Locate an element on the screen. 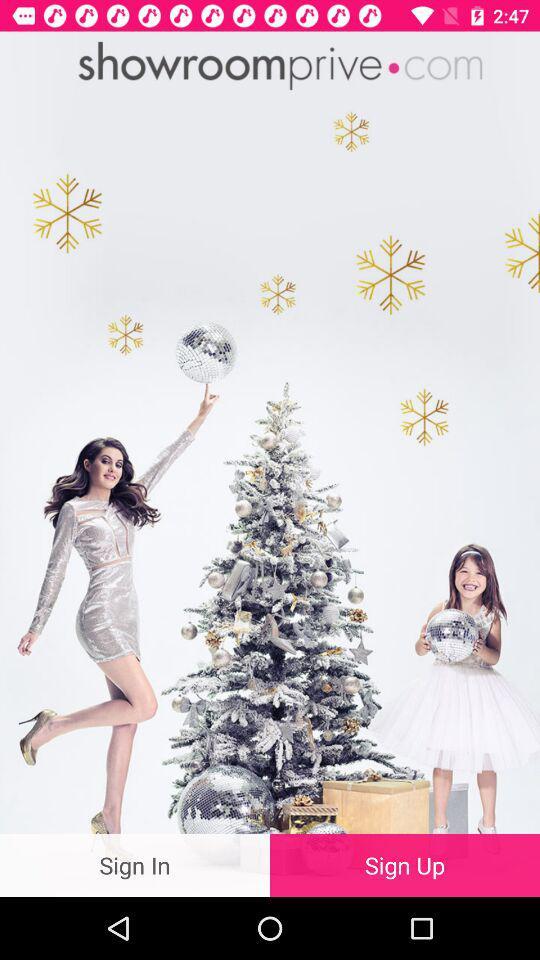 This screenshot has width=540, height=960. icon next to the sign up item is located at coordinates (135, 864).